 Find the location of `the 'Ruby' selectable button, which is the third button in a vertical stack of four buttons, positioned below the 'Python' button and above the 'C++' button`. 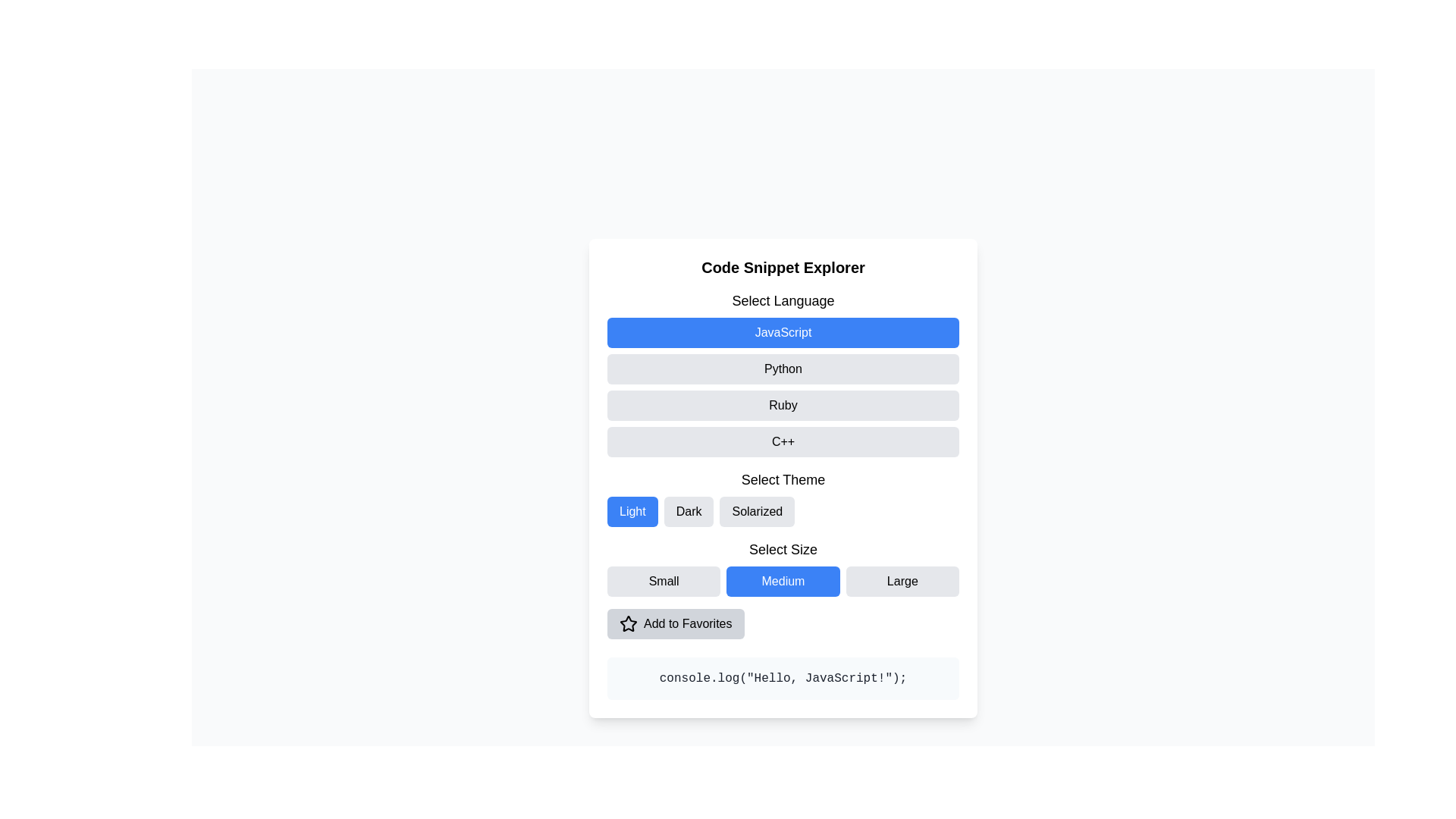

the 'Ruby' selectable button, which is the third button in a vertical stack of four buttons, positioned below the 'Python' button and above the 'C++' button is located at coordinates (783, 405).